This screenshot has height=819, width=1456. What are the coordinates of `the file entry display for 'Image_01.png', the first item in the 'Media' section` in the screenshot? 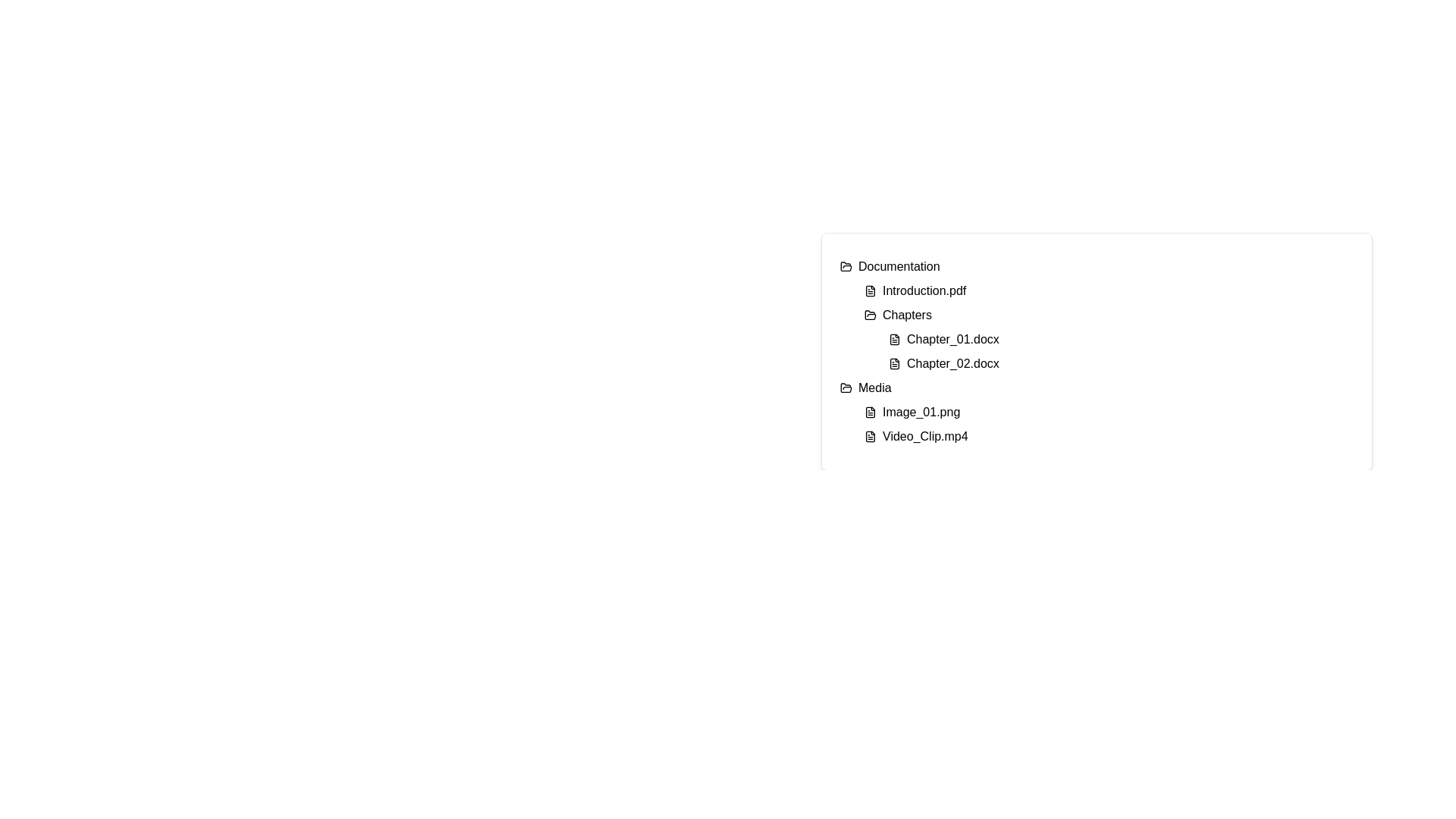 It's located at (1109, 412).